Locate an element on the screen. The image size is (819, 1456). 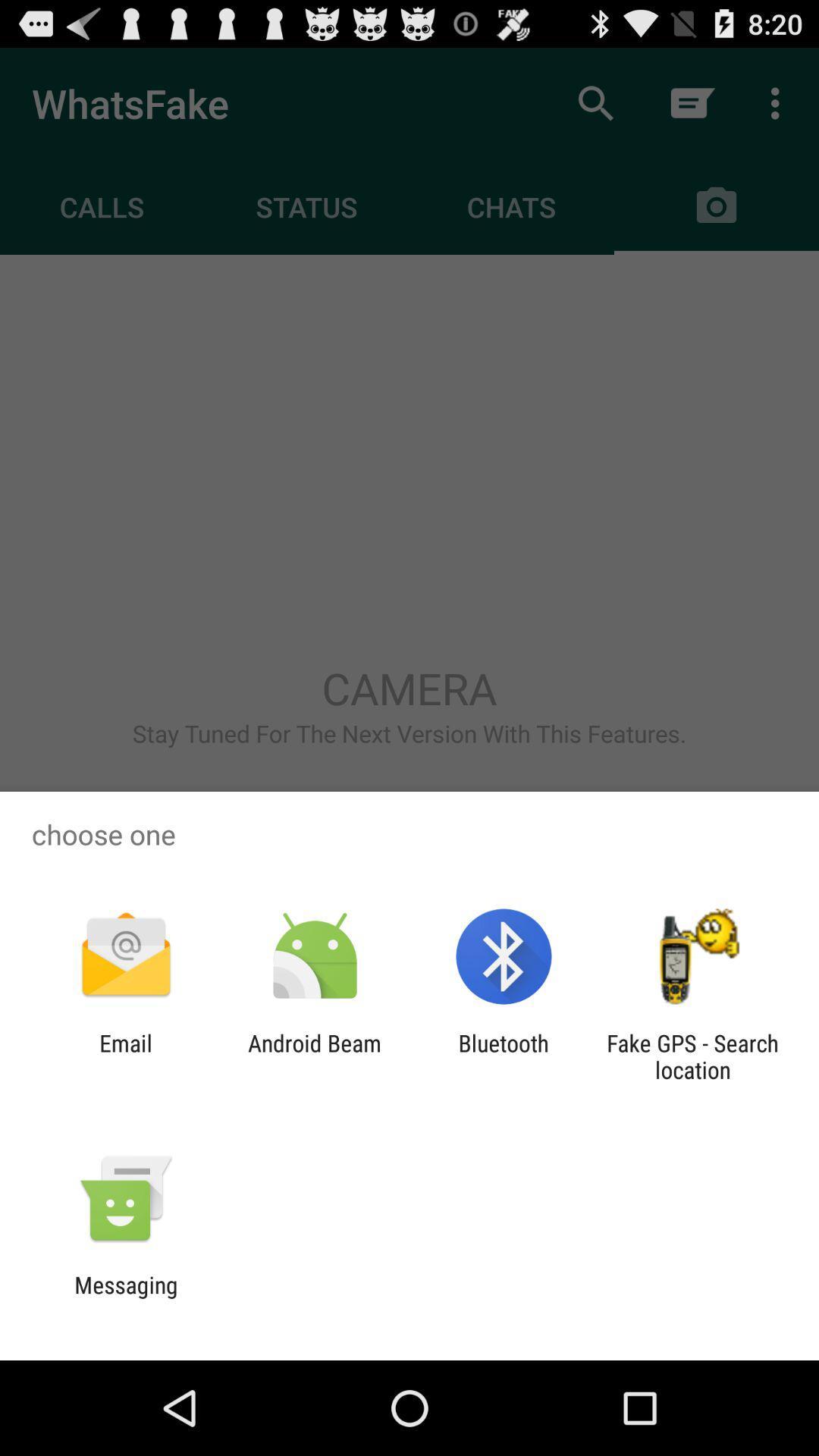
android beam app is located at coordinates (314, 1056).